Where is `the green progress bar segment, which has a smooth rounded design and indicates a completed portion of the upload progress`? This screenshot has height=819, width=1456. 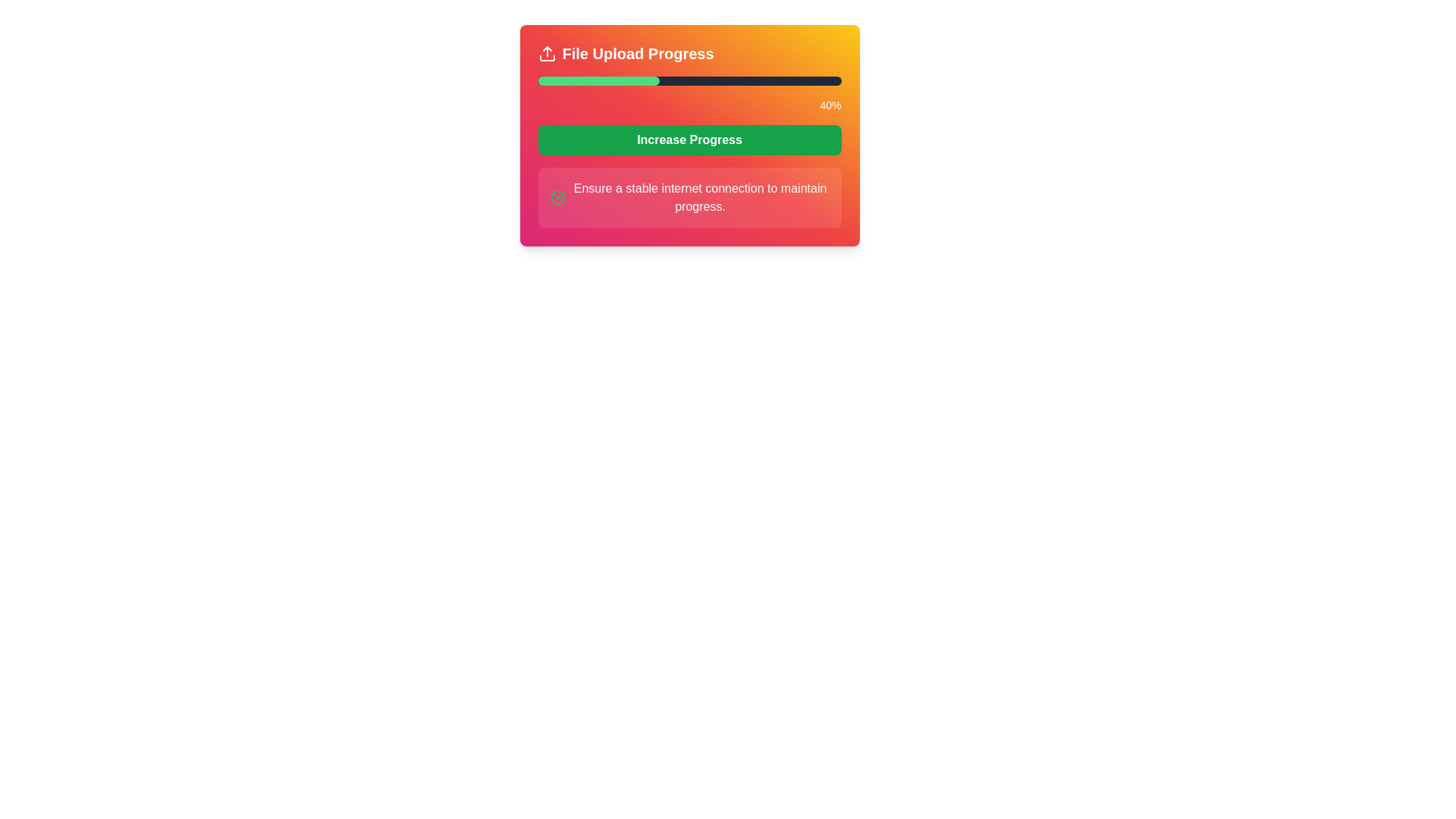 the green progress bar segment, which has a smooth rounded design and indicates a completed portion of the upload progress is located at coordinates (598, 81).